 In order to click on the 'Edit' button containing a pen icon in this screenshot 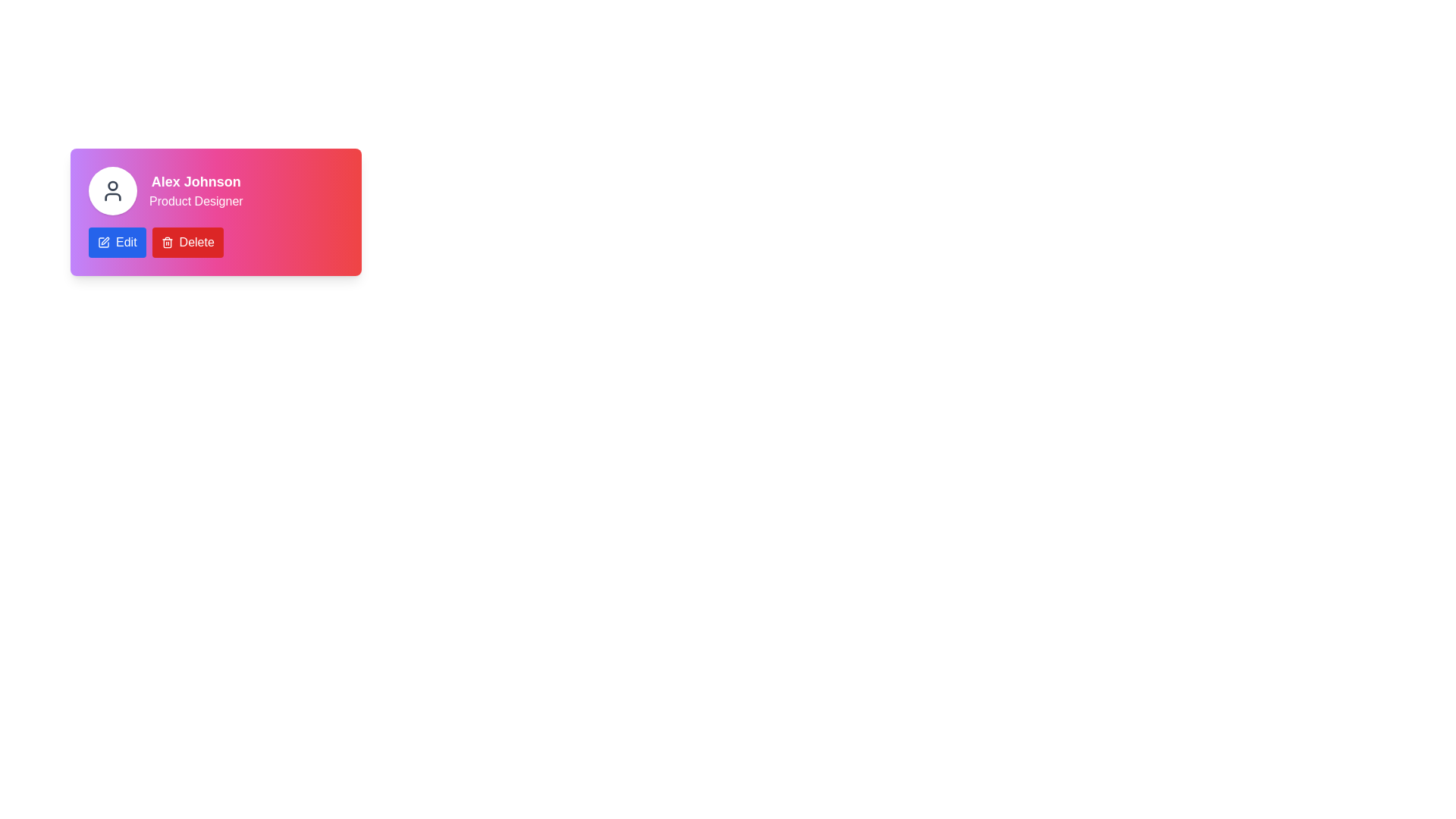, I will do `click(103, 242)`.